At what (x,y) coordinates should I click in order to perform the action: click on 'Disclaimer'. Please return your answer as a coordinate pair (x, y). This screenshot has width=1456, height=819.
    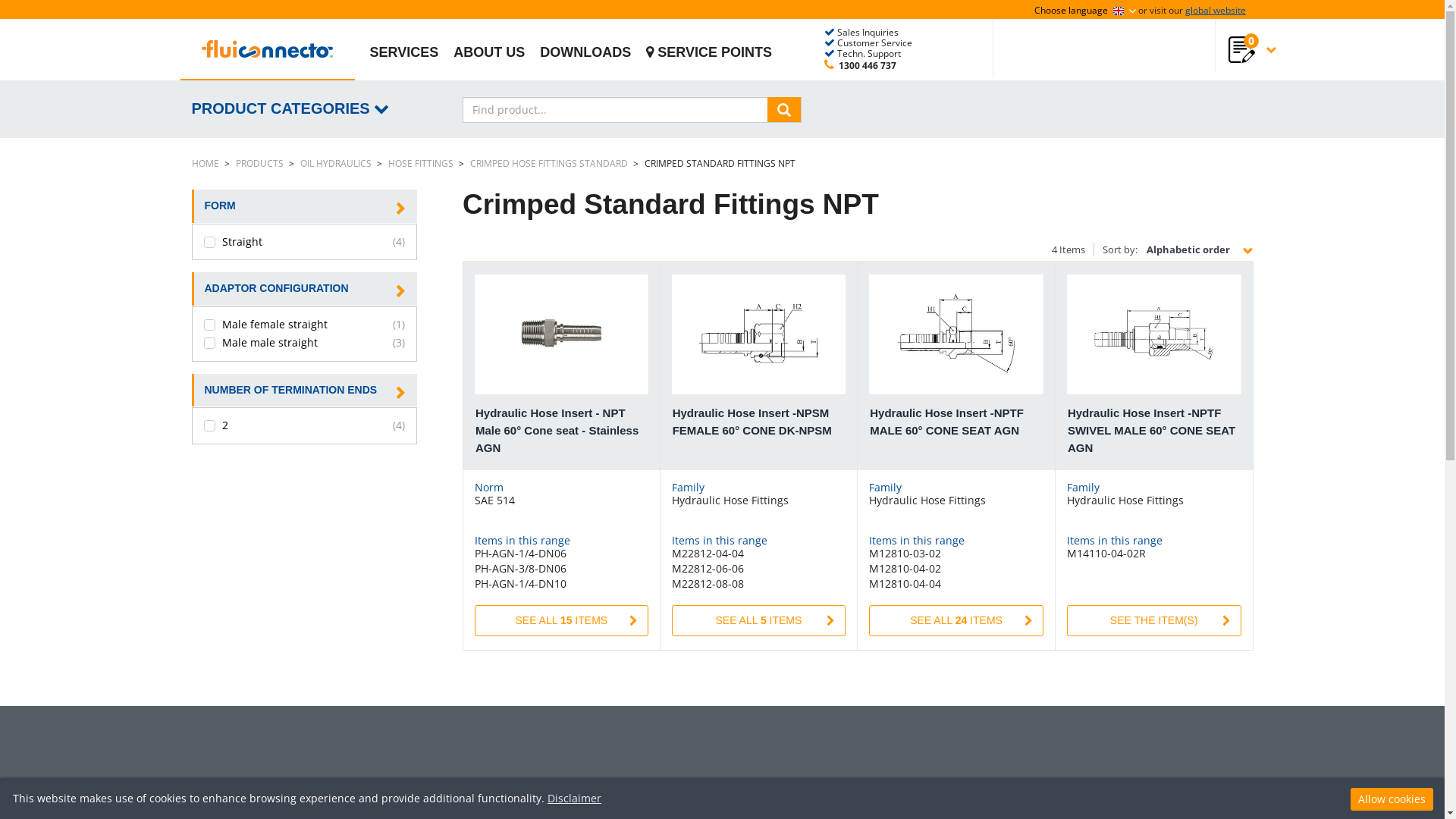
    Looking at the image, I should click on (573, 797).